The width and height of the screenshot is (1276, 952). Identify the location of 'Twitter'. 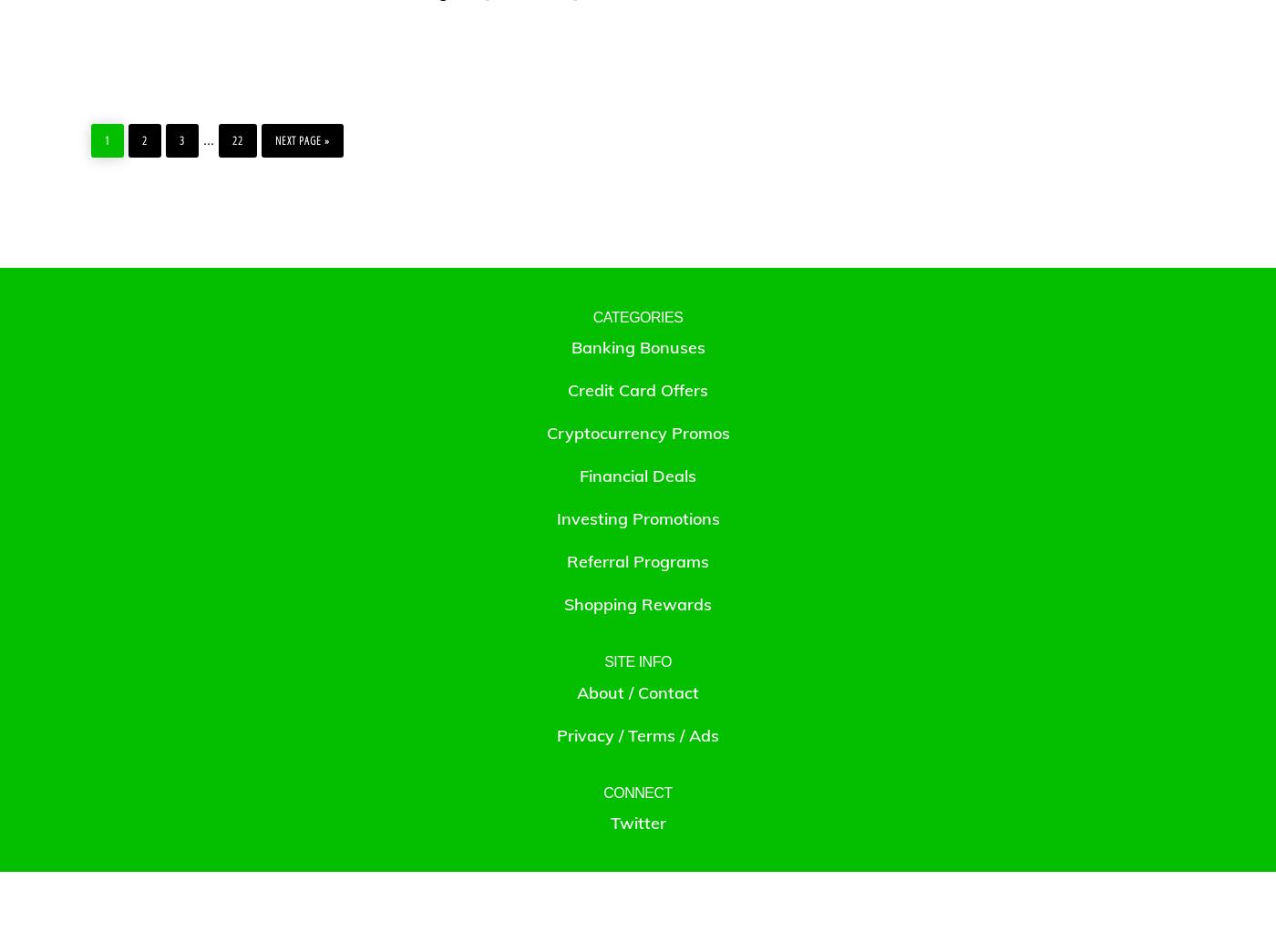
(610, 822).